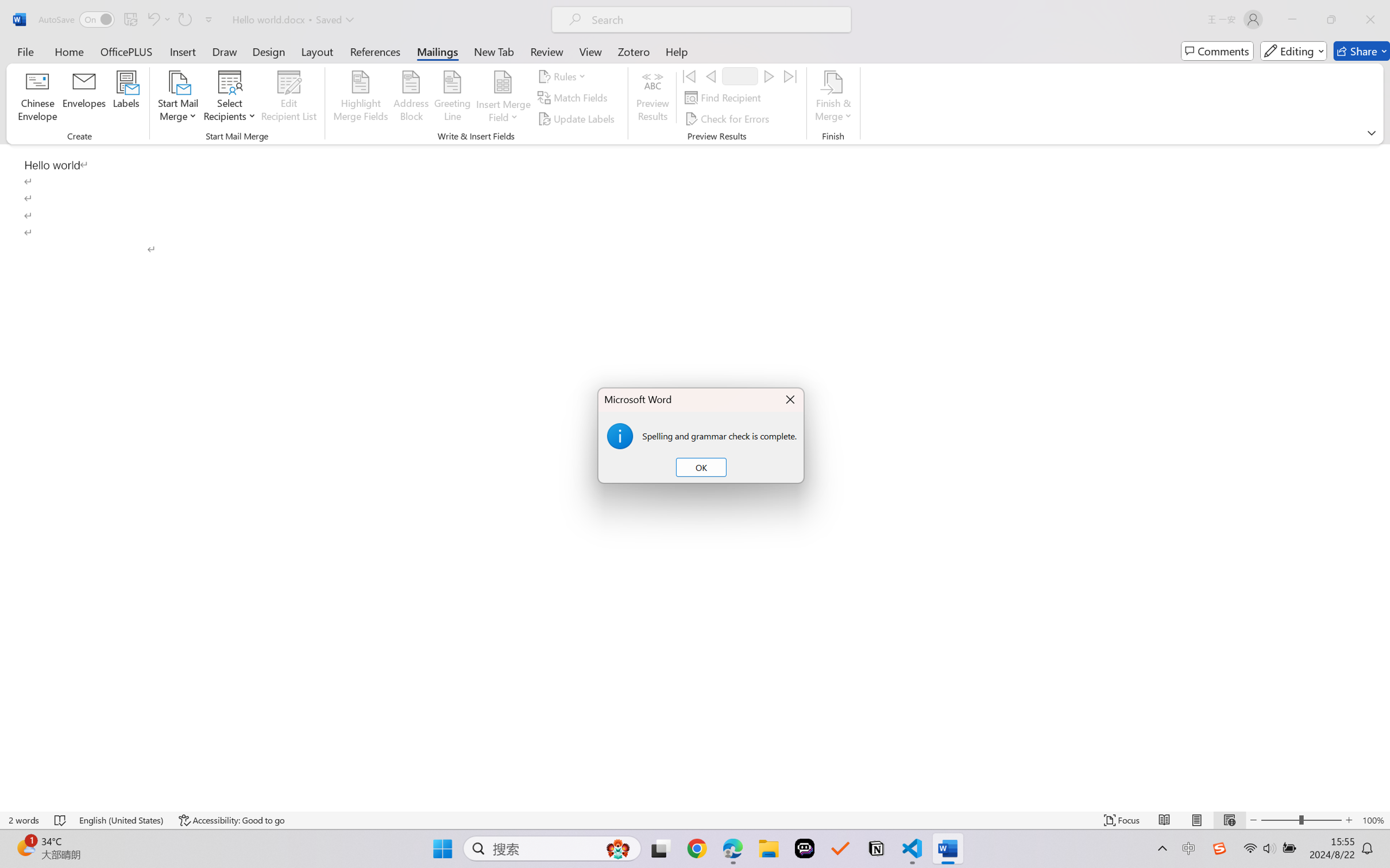  I want to click on 'Envelopes...', so click(84, 98).